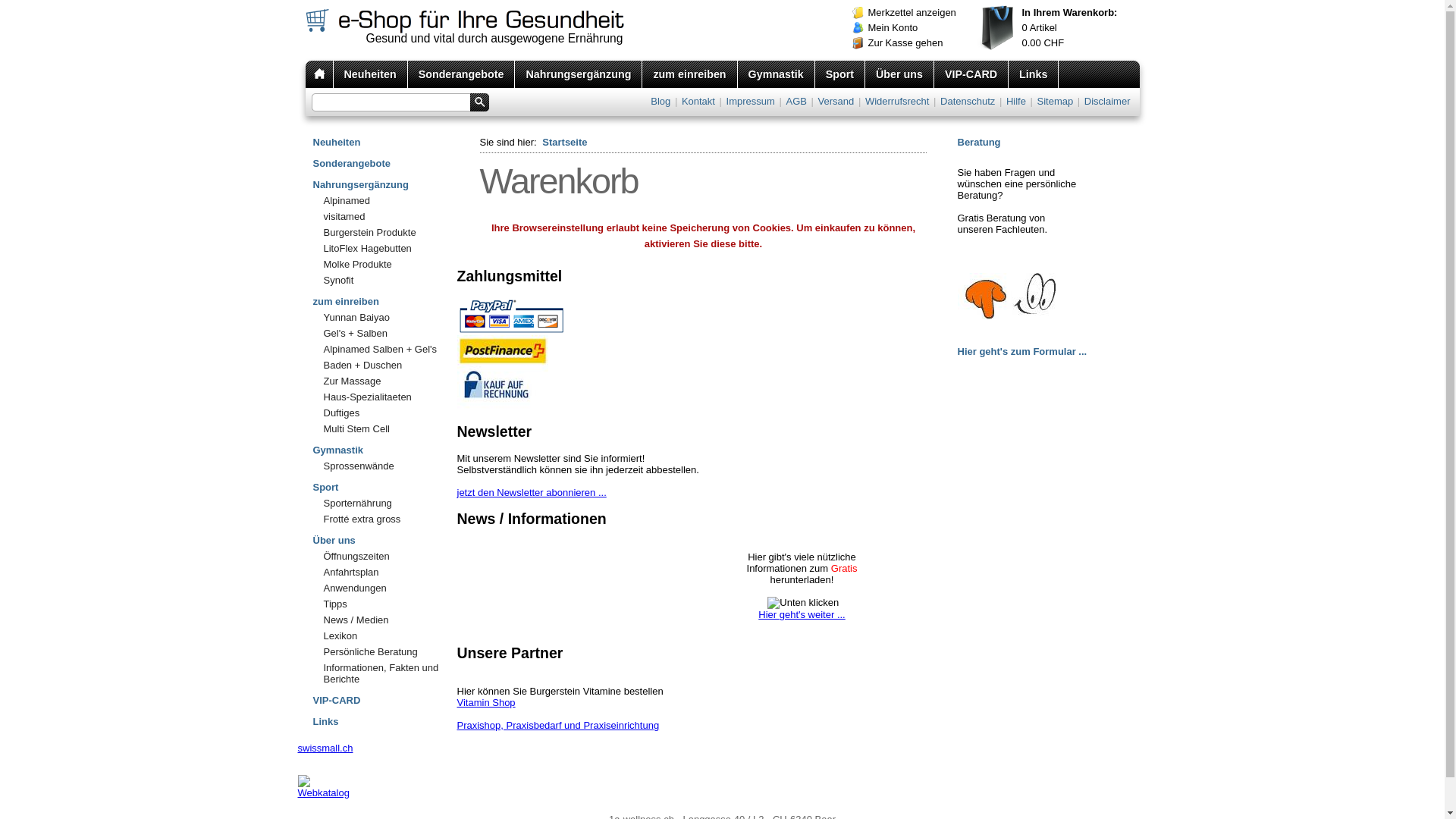 This screenshot has height=819, width=1456. I want to click on 'Baden + Duschen', so click(384, 365).